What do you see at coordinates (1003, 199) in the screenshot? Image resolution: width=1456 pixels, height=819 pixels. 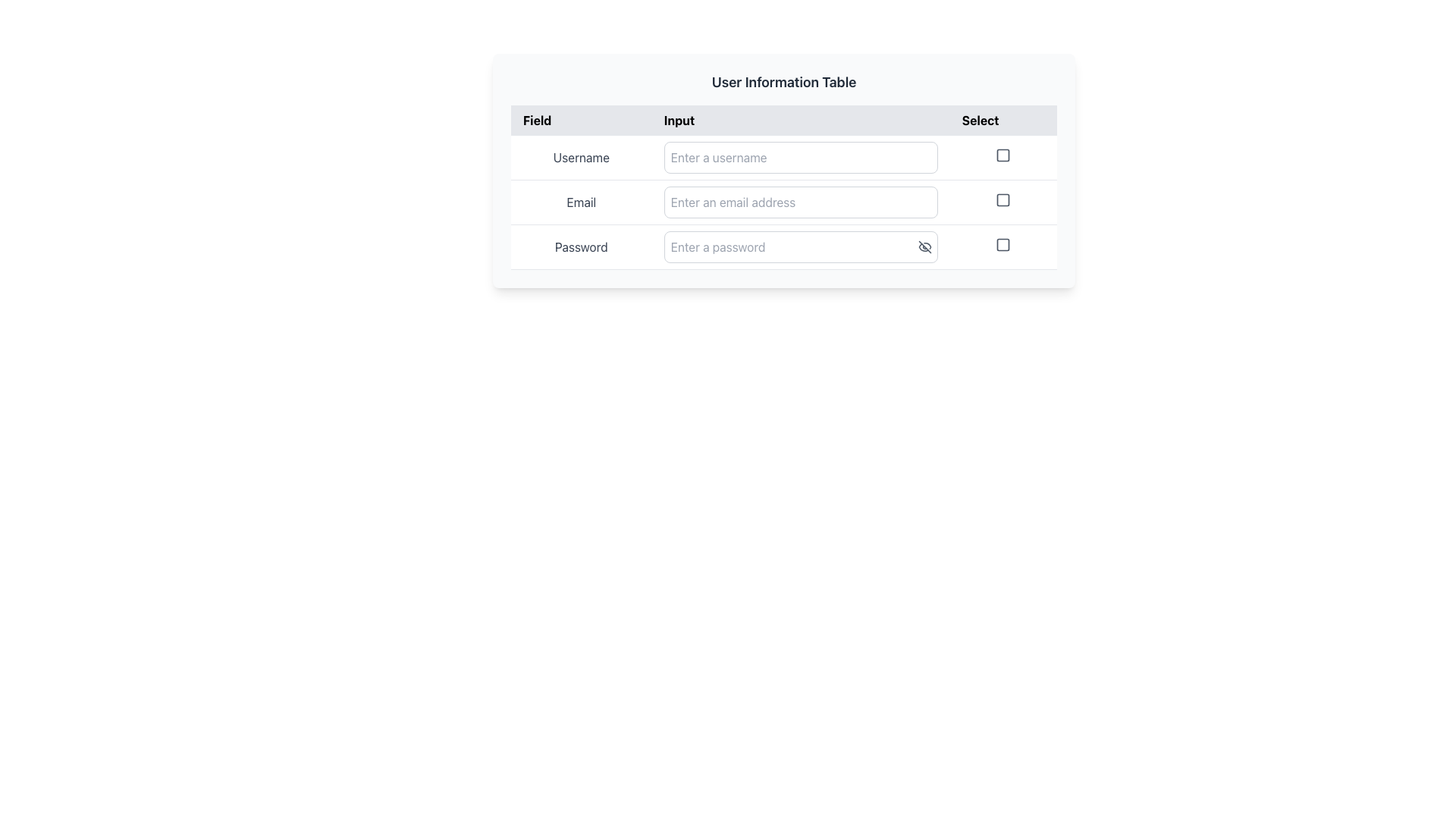 I see `the checkbox located in the 'Select' column of the 'User Information Table', aligned with the 'Email' row` at bounding box center [1003, 199].